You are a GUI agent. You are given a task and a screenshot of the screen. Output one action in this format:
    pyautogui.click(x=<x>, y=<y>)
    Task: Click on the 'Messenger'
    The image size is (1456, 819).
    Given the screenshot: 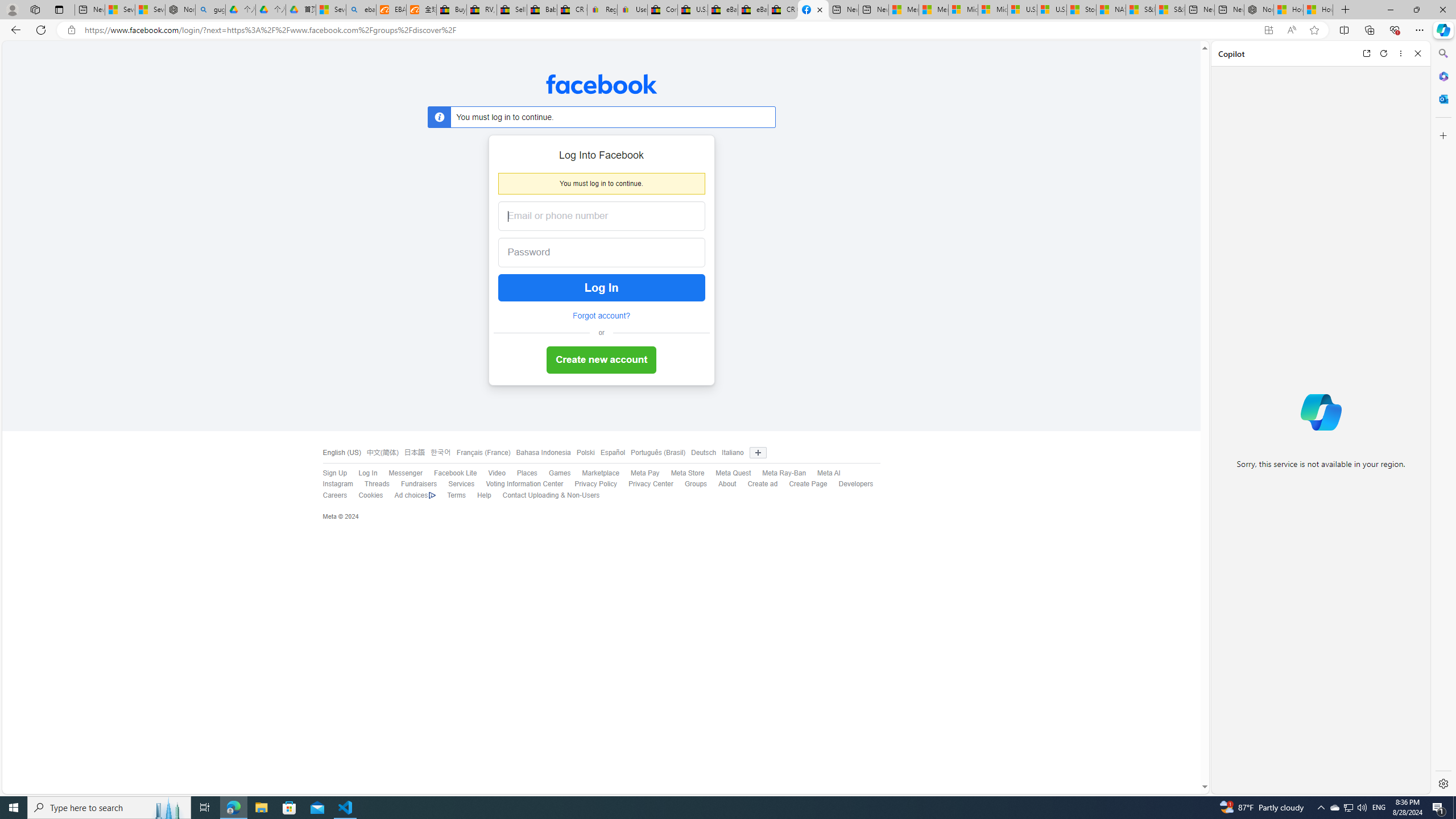 What is the action you would take?
    pyautogui.click(x=405, y=473)
    